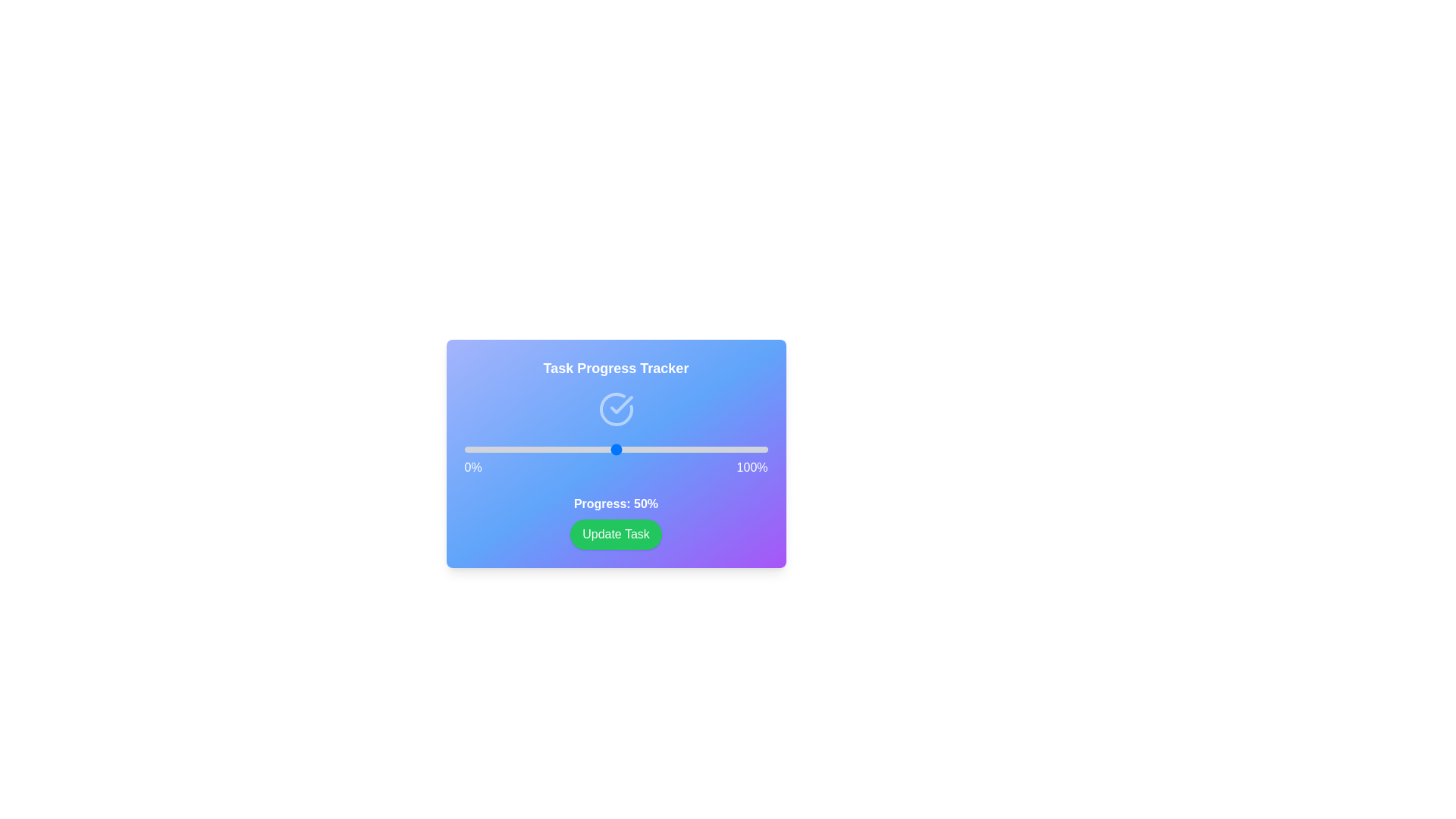 This screenshot has height=819, width=1456. What do you see at coordinates (721, 449) in the screenshot?
I see `the progress slider to 85%` at bounding box center [721, 449].